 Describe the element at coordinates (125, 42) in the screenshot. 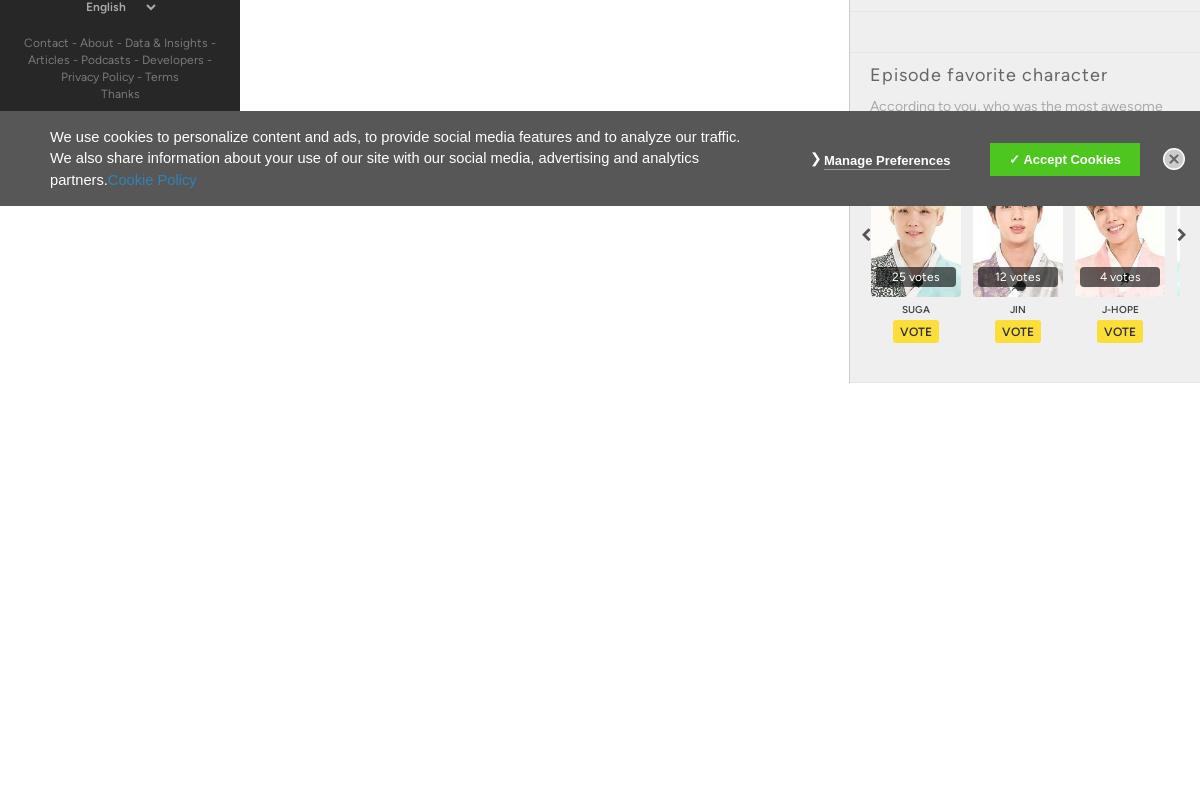

I see `'Data & Insights'` at that location.